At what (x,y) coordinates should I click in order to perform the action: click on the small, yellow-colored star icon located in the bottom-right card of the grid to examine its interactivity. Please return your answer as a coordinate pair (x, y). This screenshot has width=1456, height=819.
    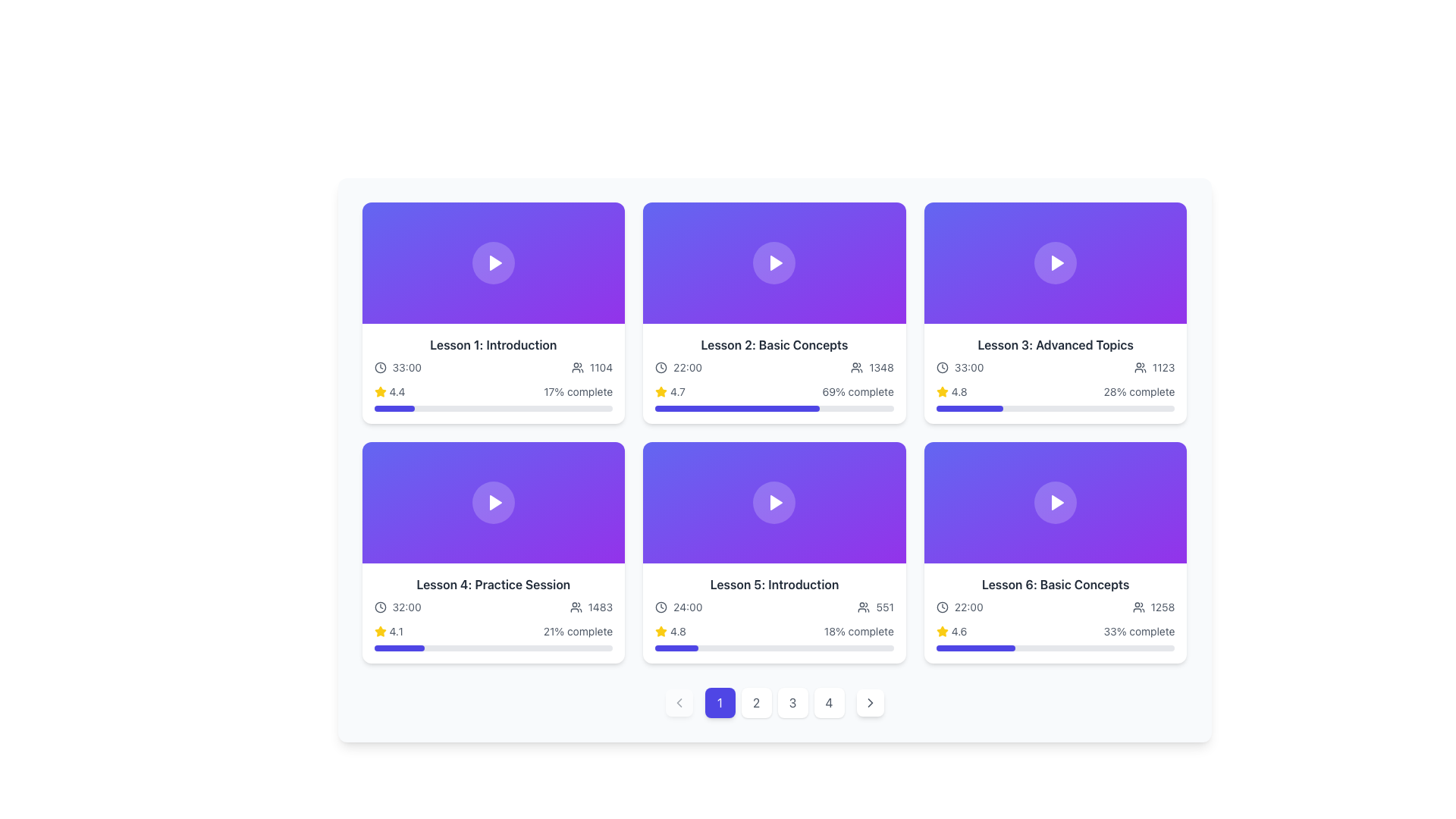
    Looking at the image, I should click on (941, 631).